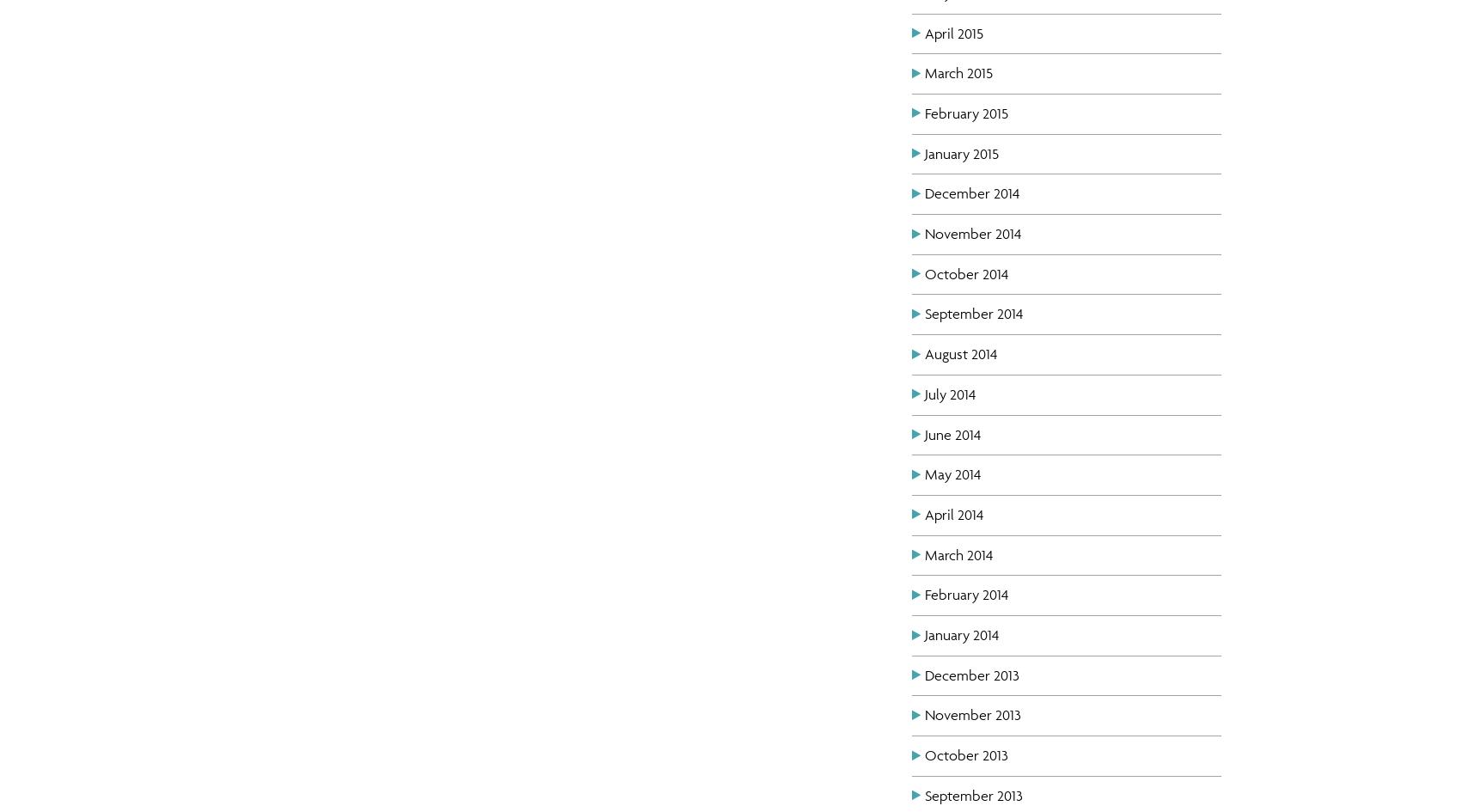 The width and height of the screenshot is (1463, 812). Describe the element at coordinates (924, 312) in the screenshot. I see `'September 2014'` at that location.